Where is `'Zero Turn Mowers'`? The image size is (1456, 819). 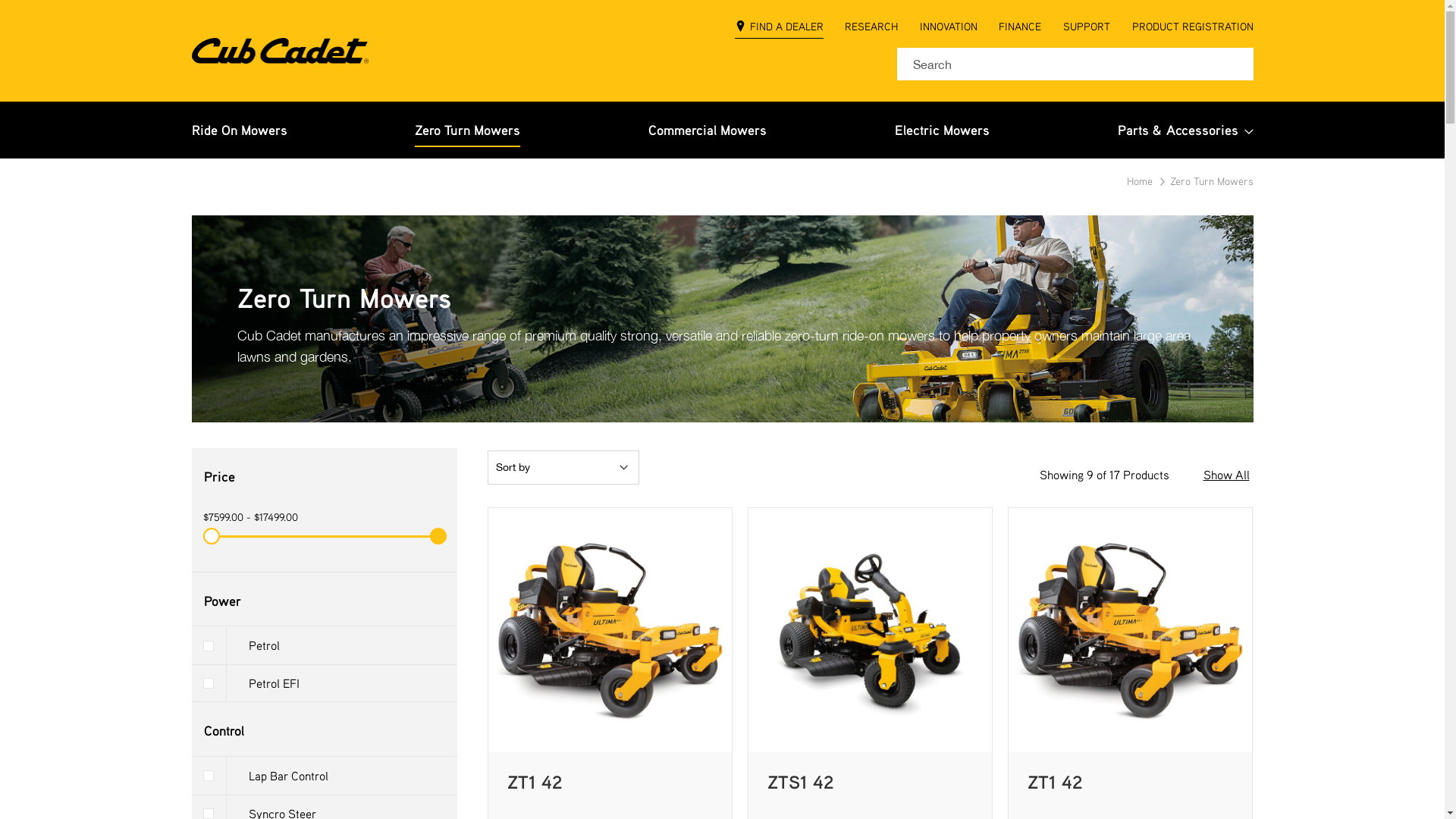
'Zero Turn Mowers' is located at coordinates (466, 129).